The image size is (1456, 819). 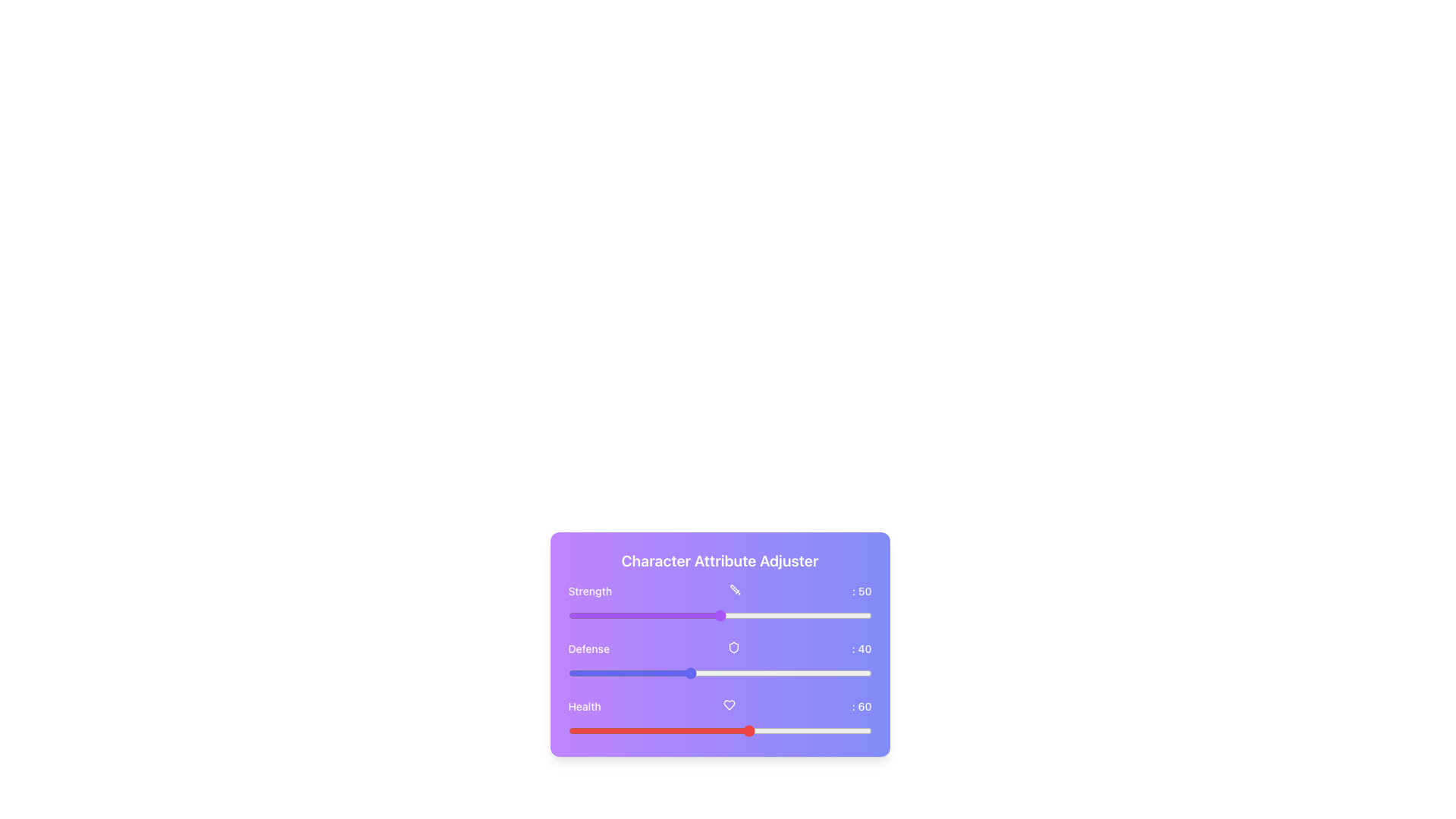 I want to click on the Strength value, so click(x=729, y=616).